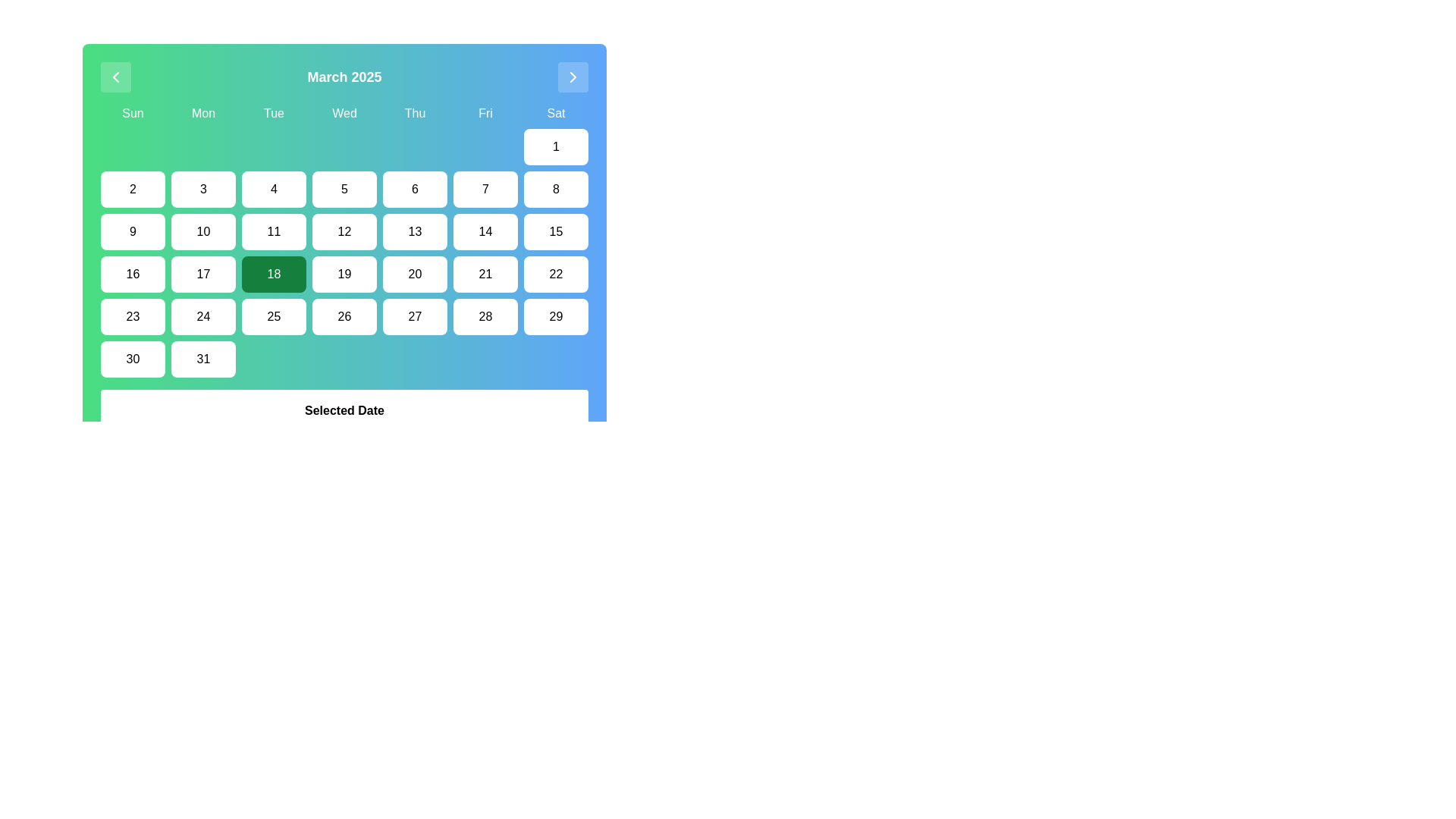 The height and width of the screenshot is (819, 1456). Describe the element at coordinates (344, 315) in the screenshot. I see `the calendar date button representing the date 26, located in the fourth row and fifth column of the calendar grid` at that location.